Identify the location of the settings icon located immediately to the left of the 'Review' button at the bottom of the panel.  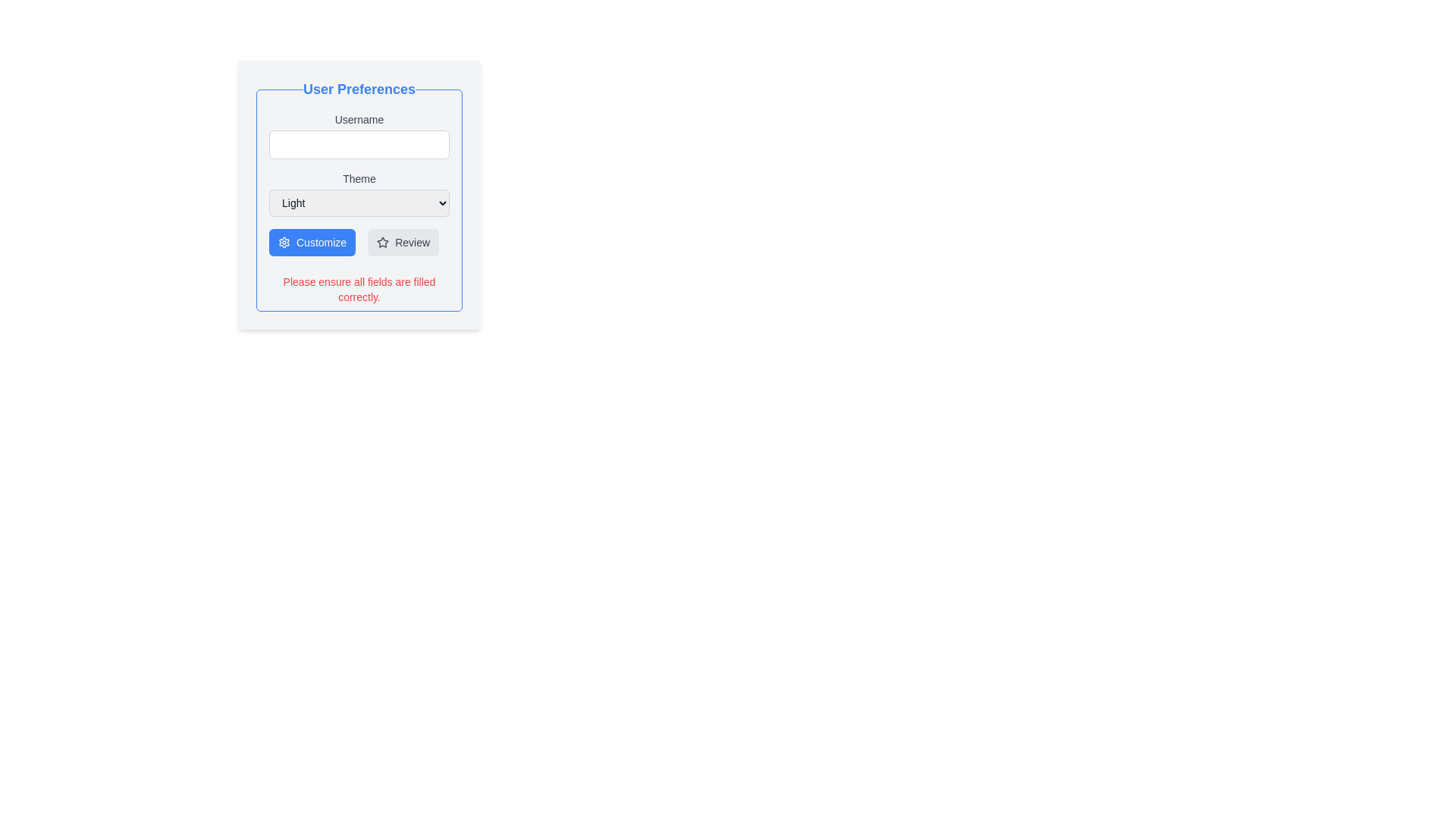
(284, 242).